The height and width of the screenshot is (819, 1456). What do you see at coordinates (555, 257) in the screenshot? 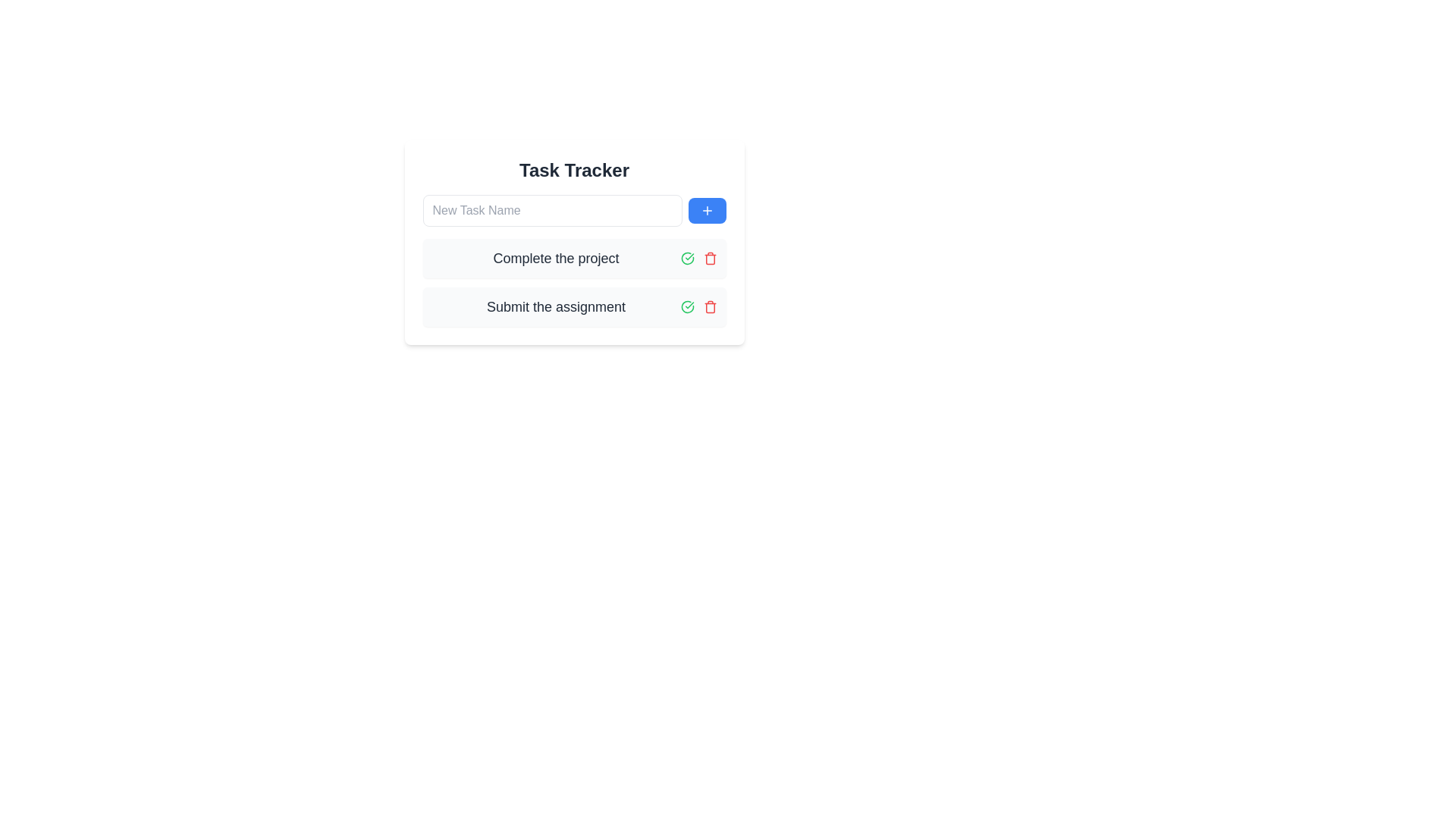
I see `the static text label displaying 'Complete the project', which is styled with a gray shade and larger font size, located in the first task entry of a list of tasks` at bounding box center [555, 257].